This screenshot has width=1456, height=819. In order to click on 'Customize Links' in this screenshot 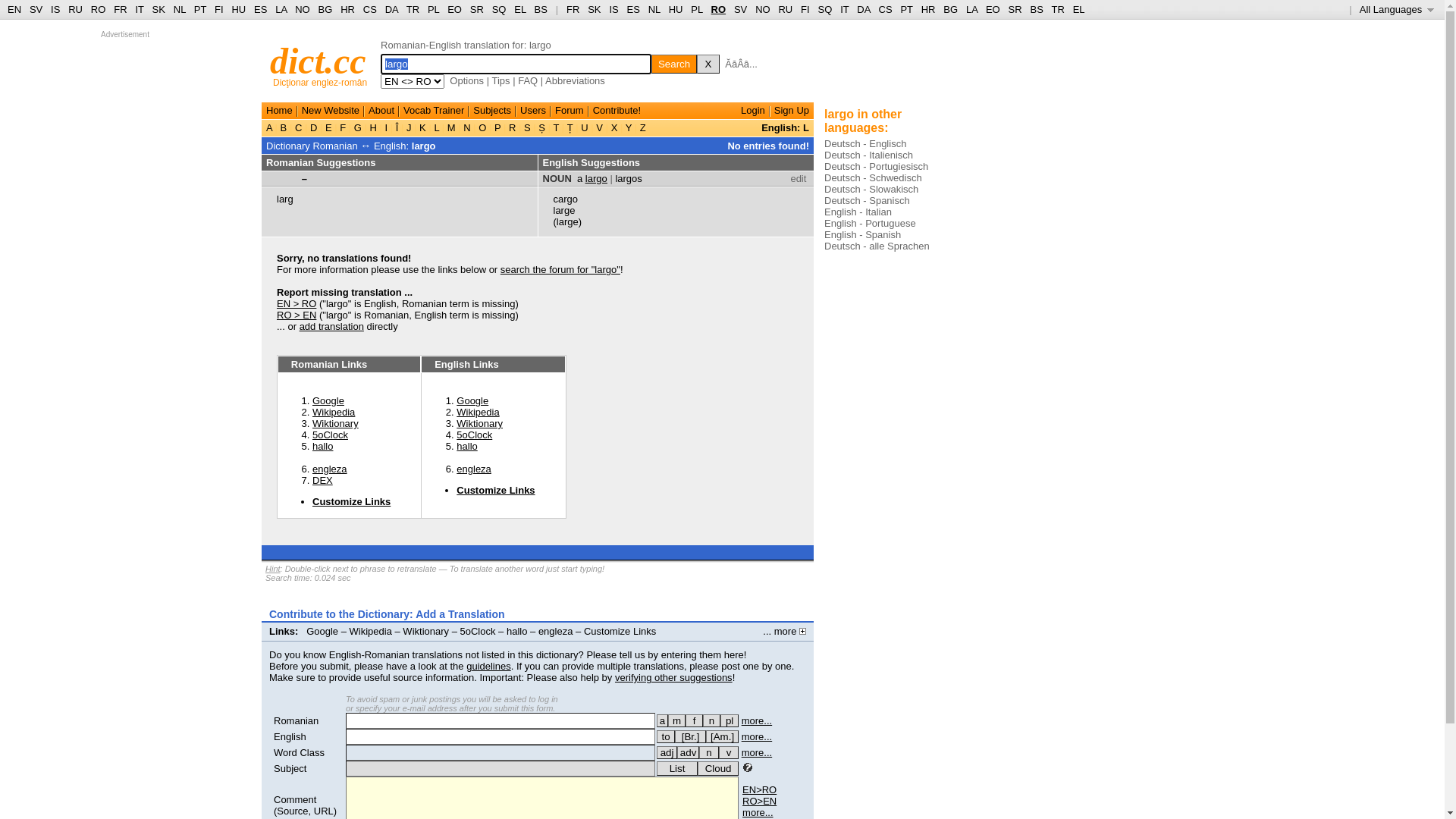, I will do `click(495, 490)`.